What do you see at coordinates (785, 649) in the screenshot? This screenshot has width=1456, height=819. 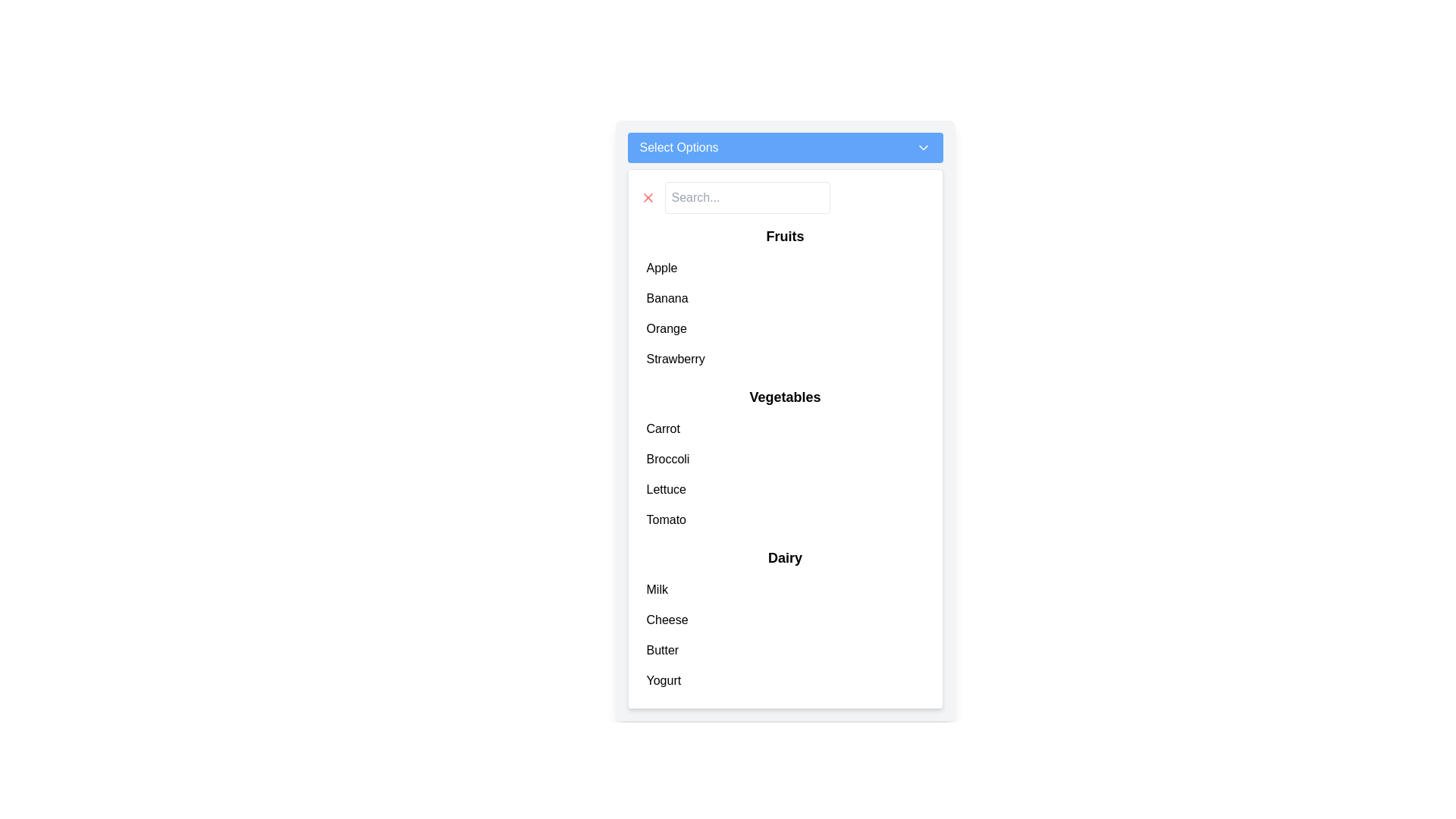 I see `the third item in the 'Dairy' section of the list, which is positioned between 'Cheese' and 'Yogurt'` at bounding box center [785, 649].